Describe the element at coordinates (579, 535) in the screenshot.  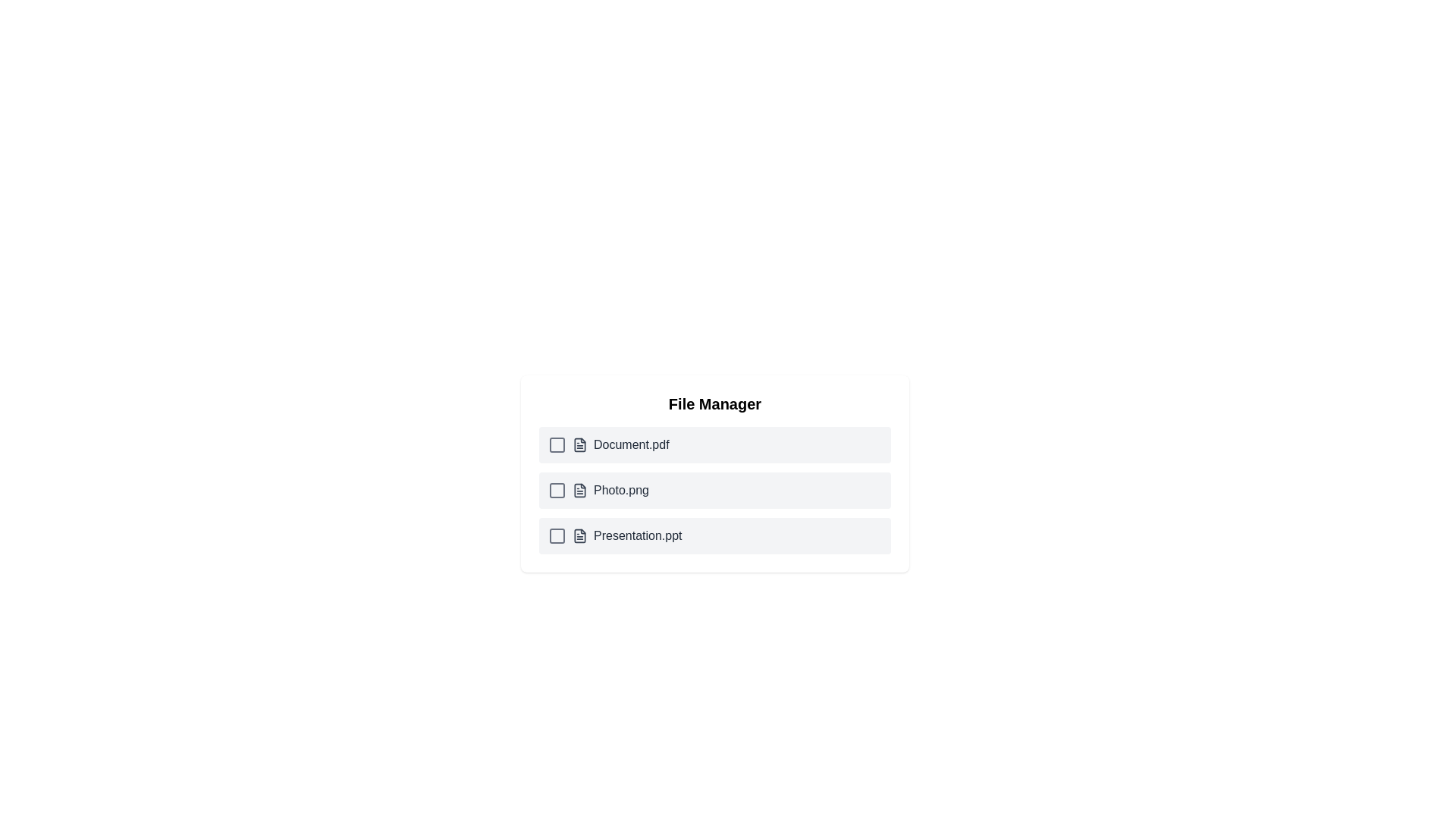
I see `the file icon representing the document for 'Presentation.ppt' in the file manager interface, which is the third icon in a vertical list` at that location.